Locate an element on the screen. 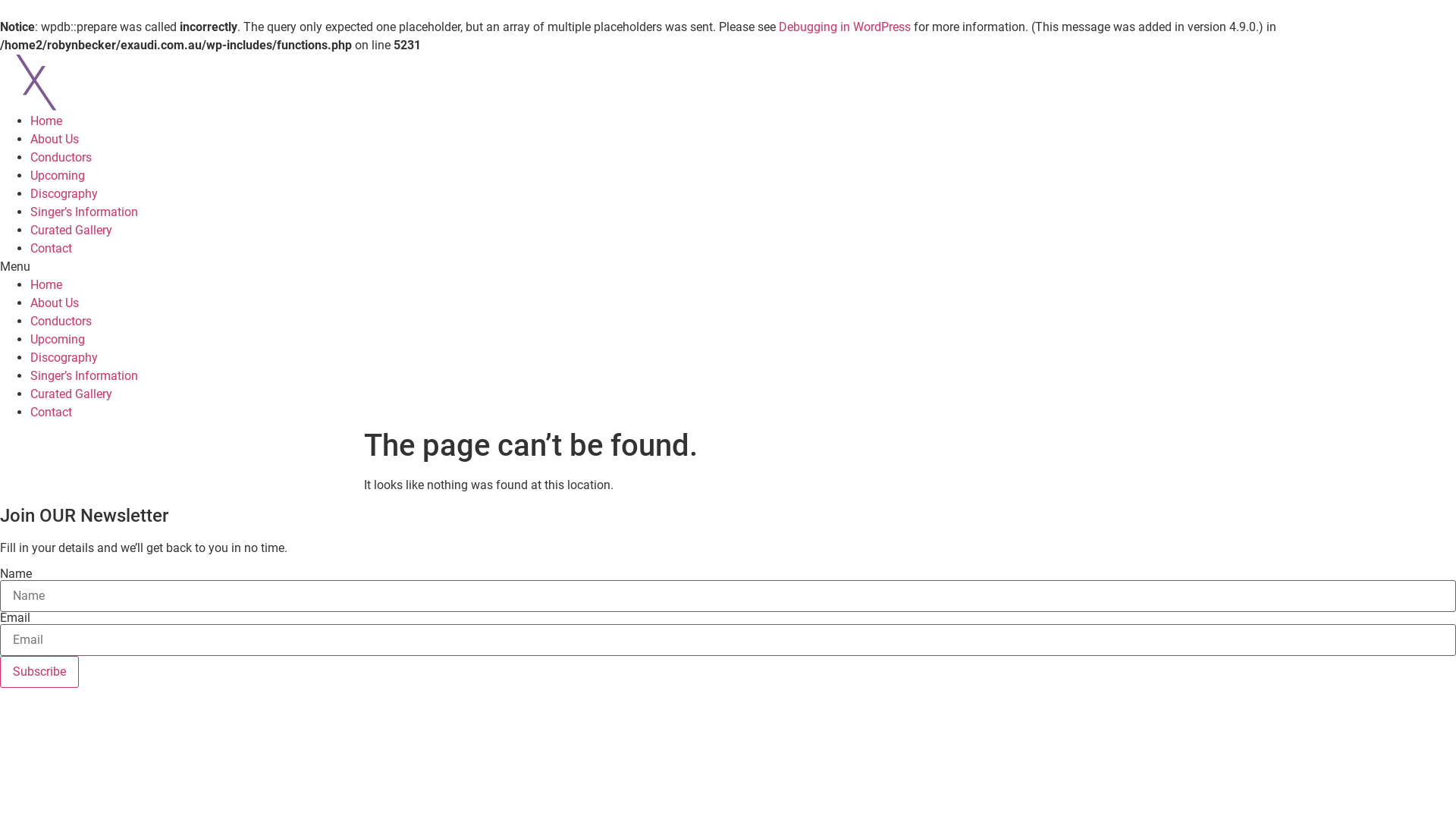 The width and height of the screenshot is (1456, 819). 'Upcoming' is located at coordinates (58, 174).